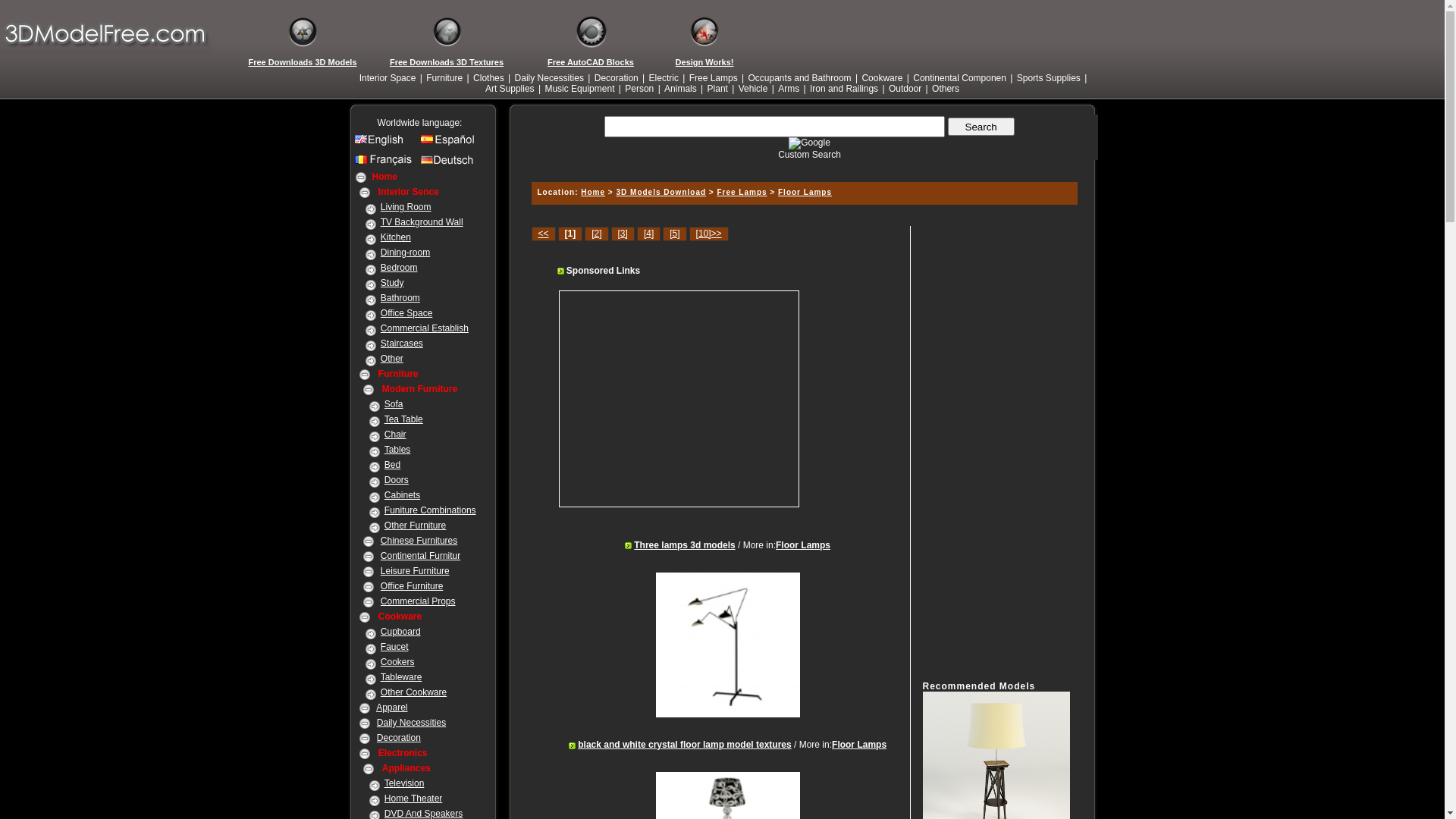 The image size is (1456, 819). Describe the element at coordinates (717, 88) in the screenshot. I see `'Plant'` at that location.